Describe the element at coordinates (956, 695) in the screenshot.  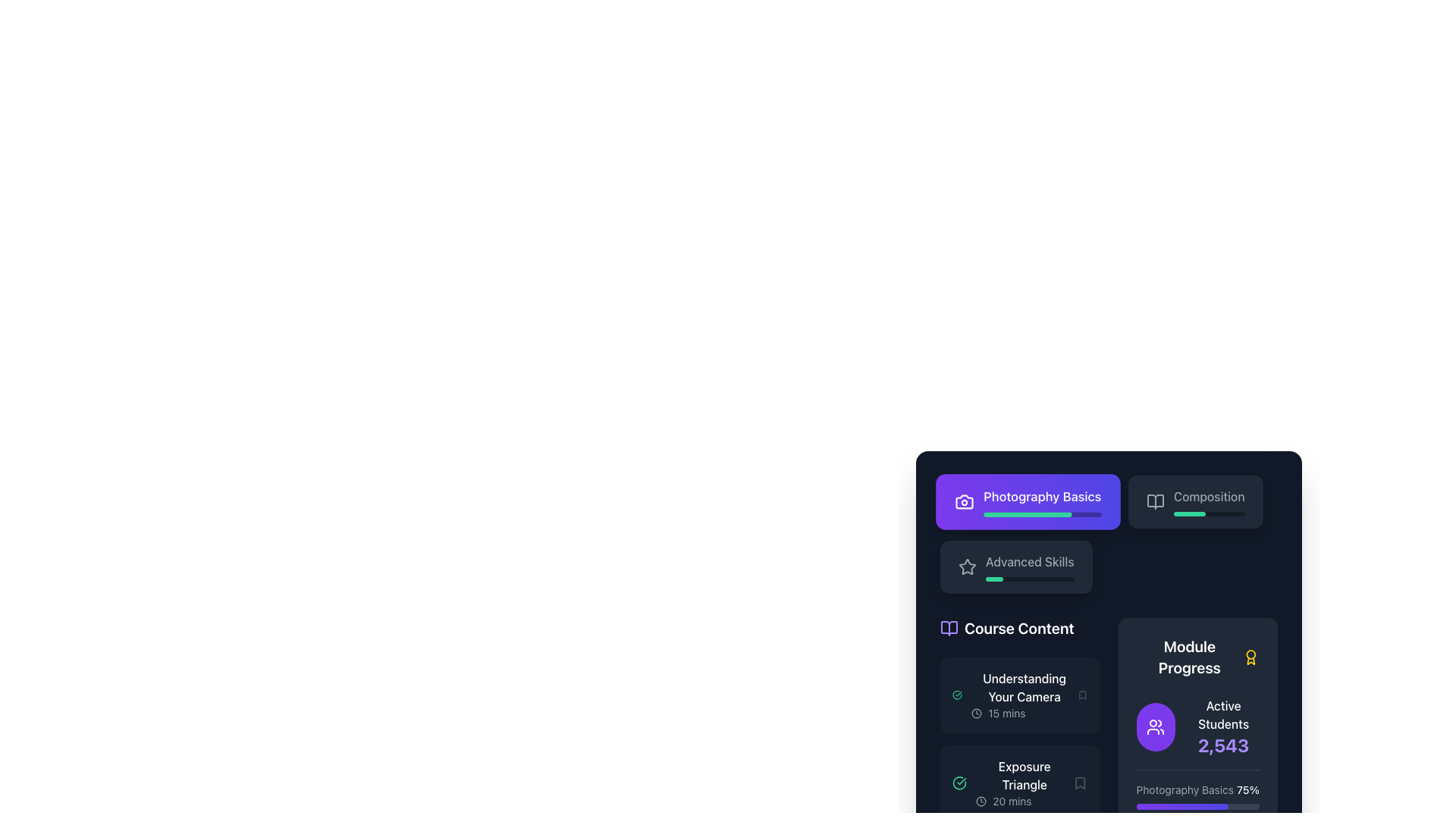
I see `the Icon indicator that shows the completion status of the 'Understanding Your Camera' item, located on the left side of its title in the 'Course Content' section` at that location.